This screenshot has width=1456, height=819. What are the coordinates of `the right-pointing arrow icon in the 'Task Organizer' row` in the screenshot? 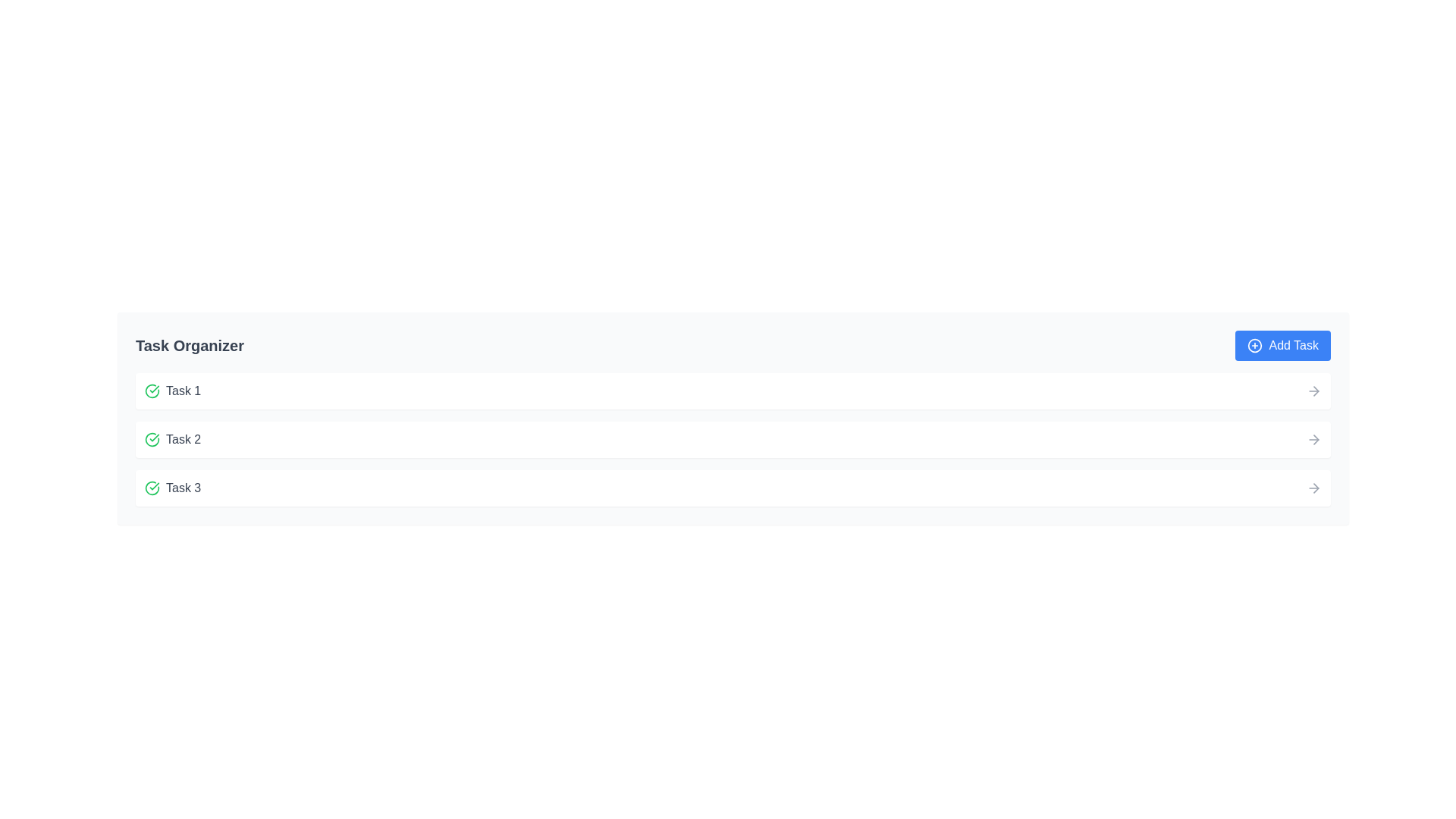 It's located at (1315, 488).